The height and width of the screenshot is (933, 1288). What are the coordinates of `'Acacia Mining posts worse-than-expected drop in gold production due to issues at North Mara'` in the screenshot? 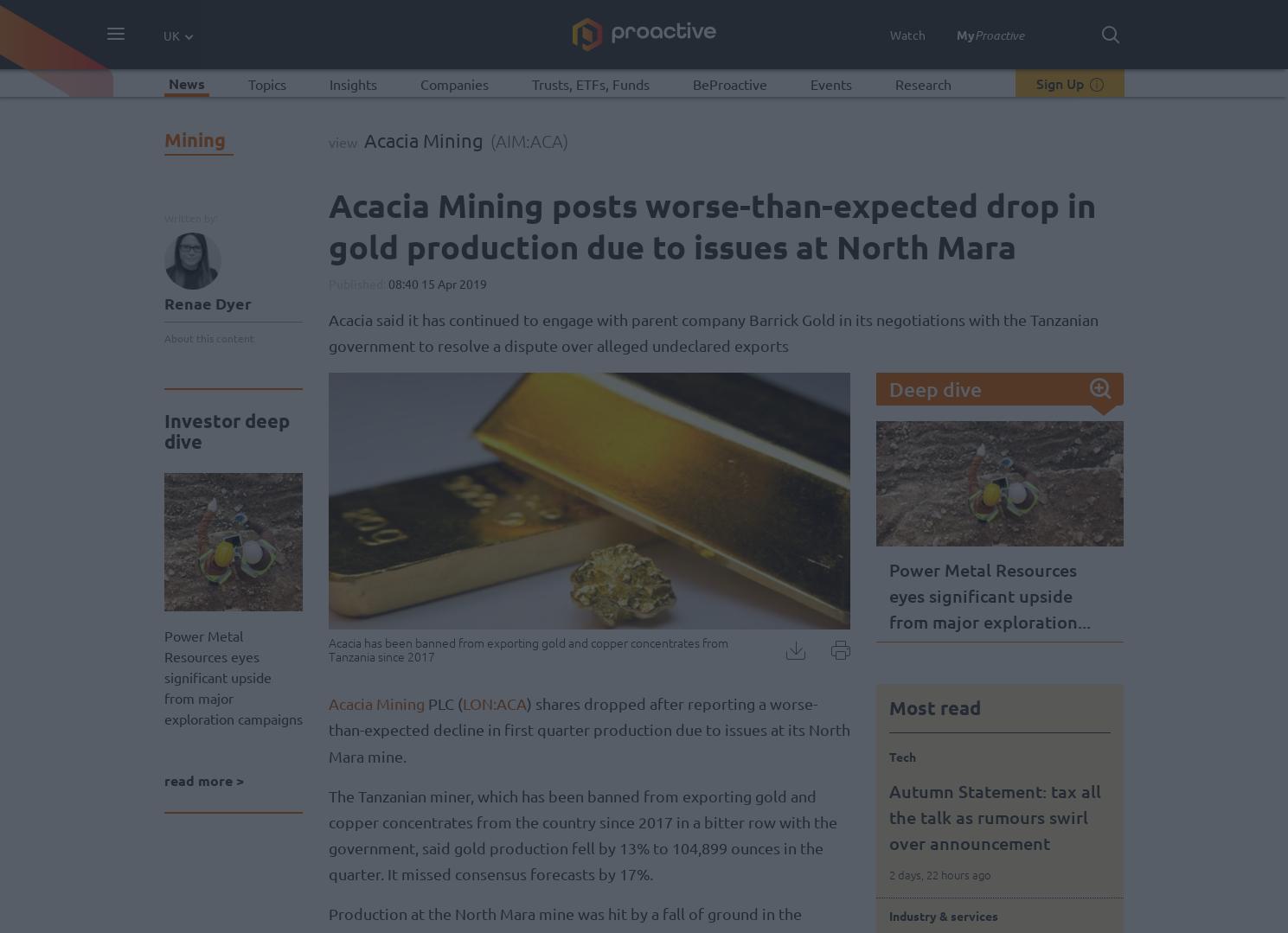 It's located at (326, 225).